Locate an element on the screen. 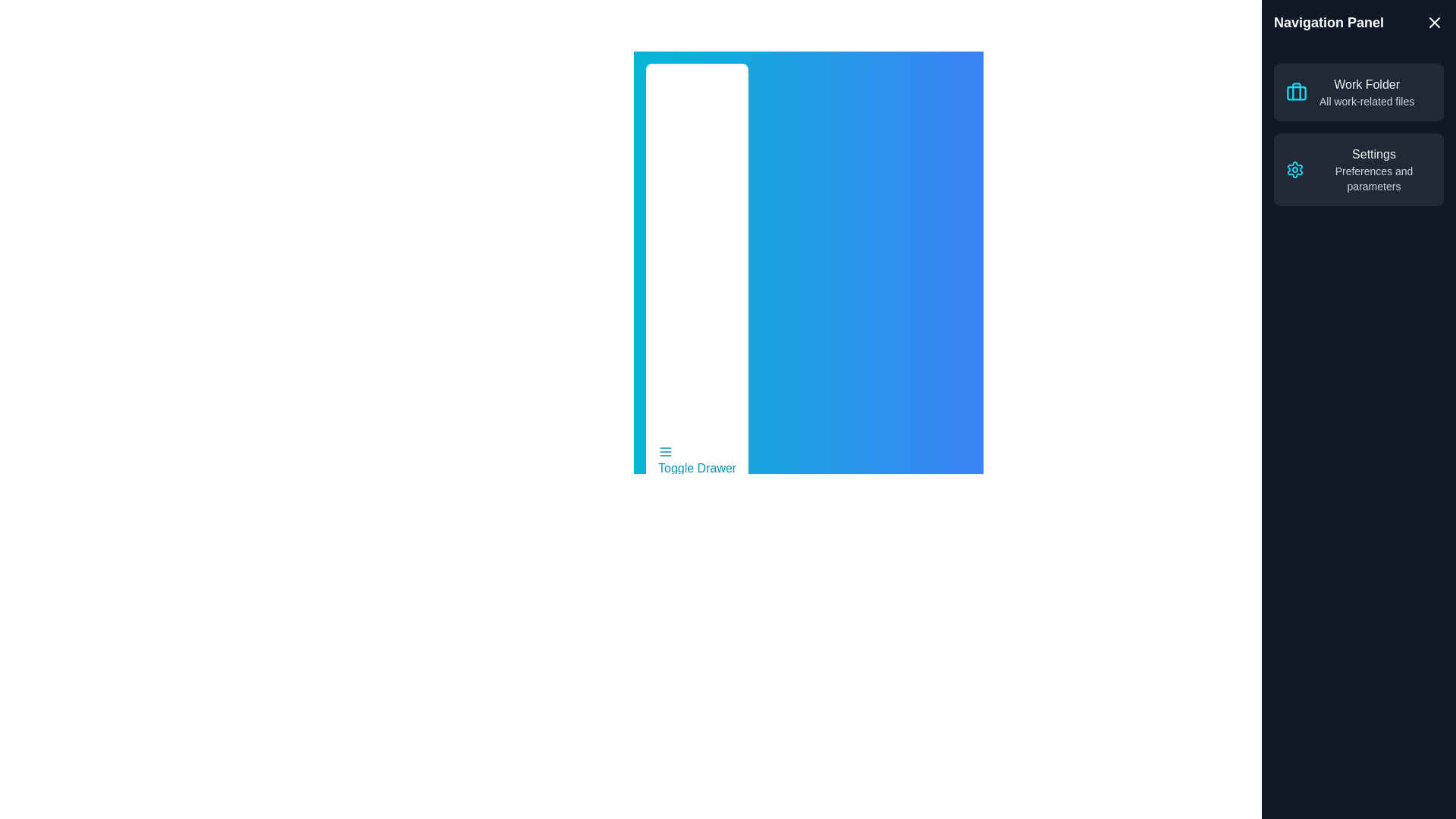  the items in the drawer to see the hover effect on Settings is located at coordinates (1373, 169).